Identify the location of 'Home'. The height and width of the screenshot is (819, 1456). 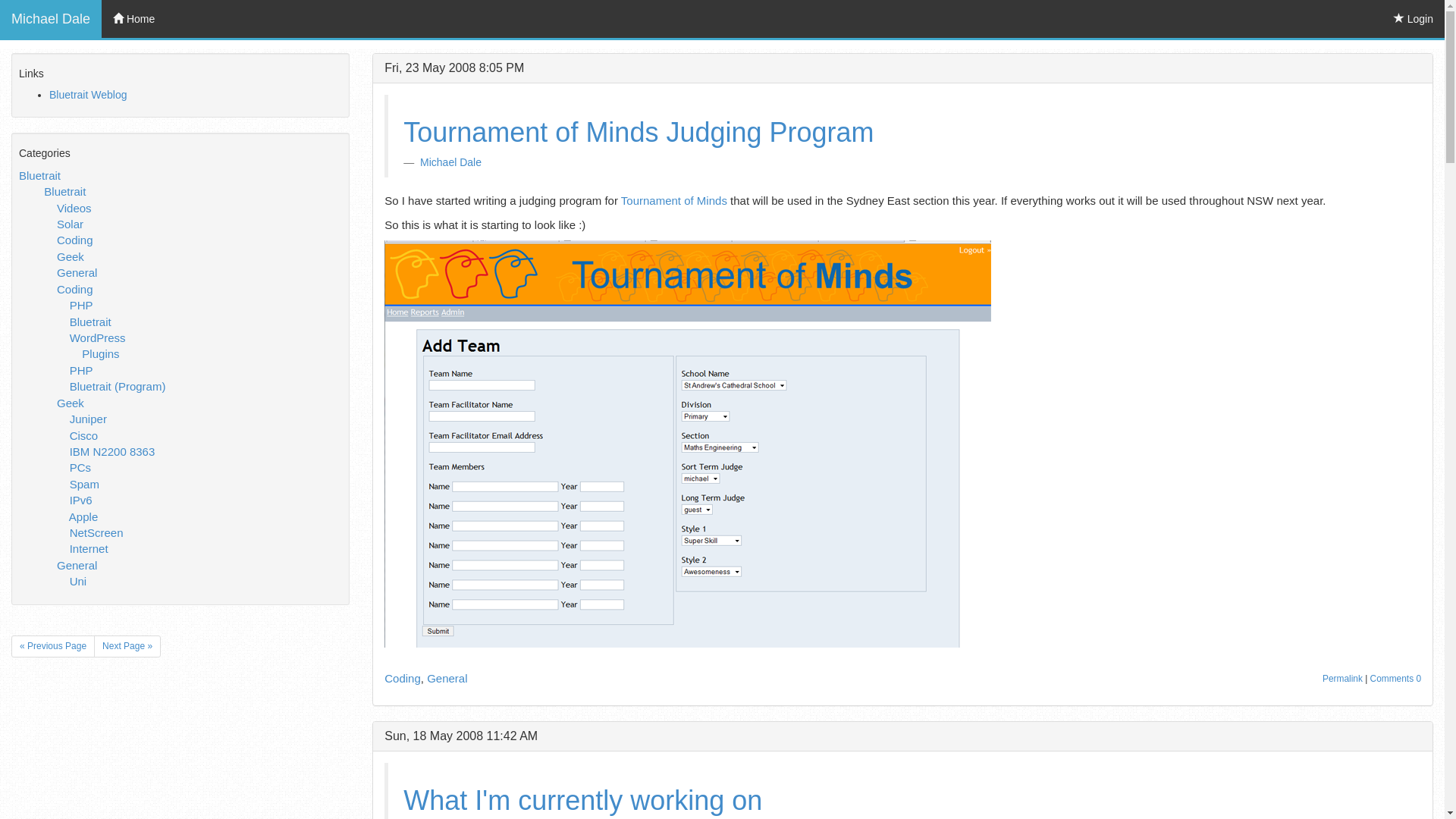
(133, 18).